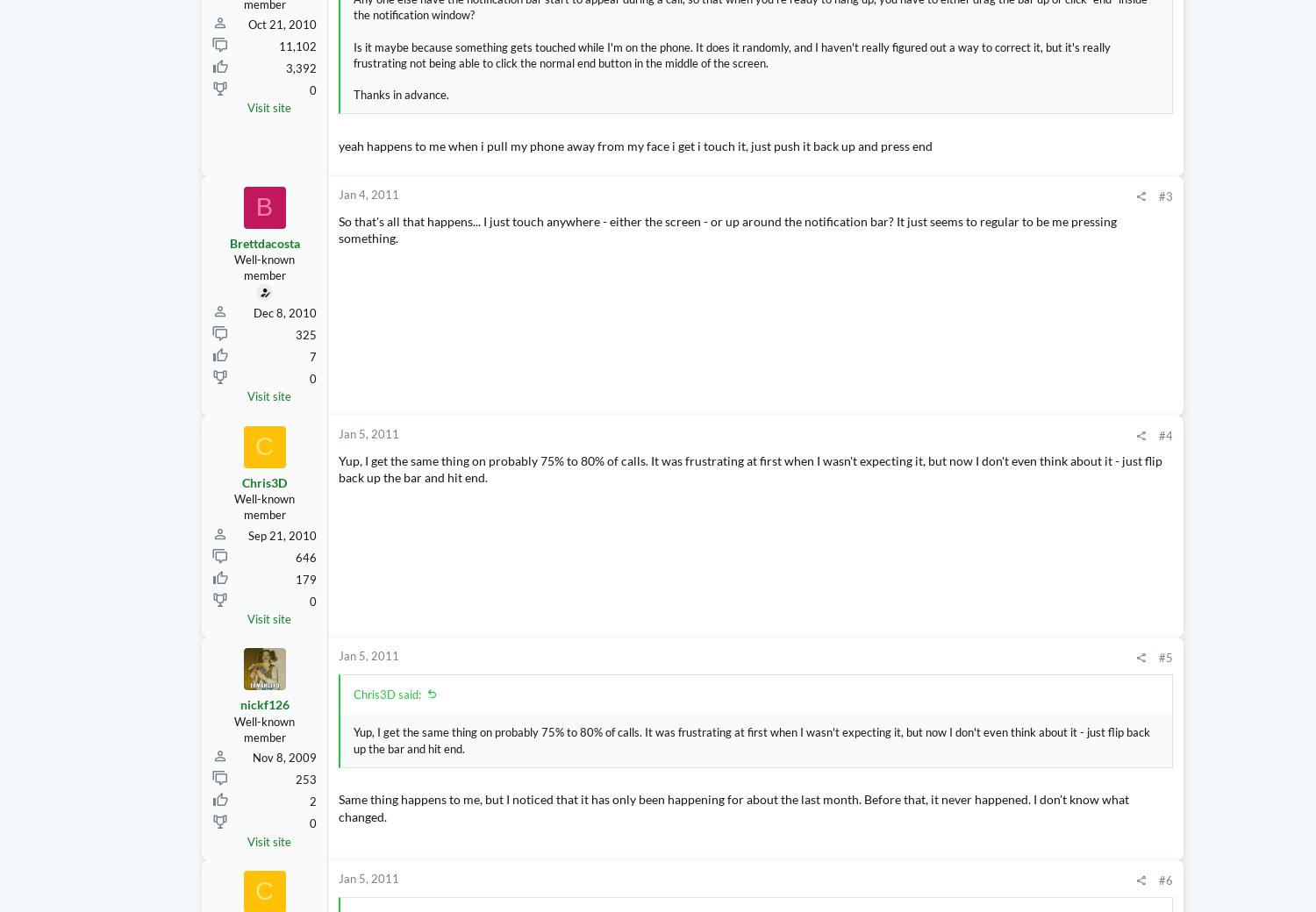 Image resolution: width=1316 pixels, height=912 pixels. Describe the element at coordinates (1158, 788) in the screenshot. I see `'Can't transfer between Pixel 7 and Windows PC'` at that location.